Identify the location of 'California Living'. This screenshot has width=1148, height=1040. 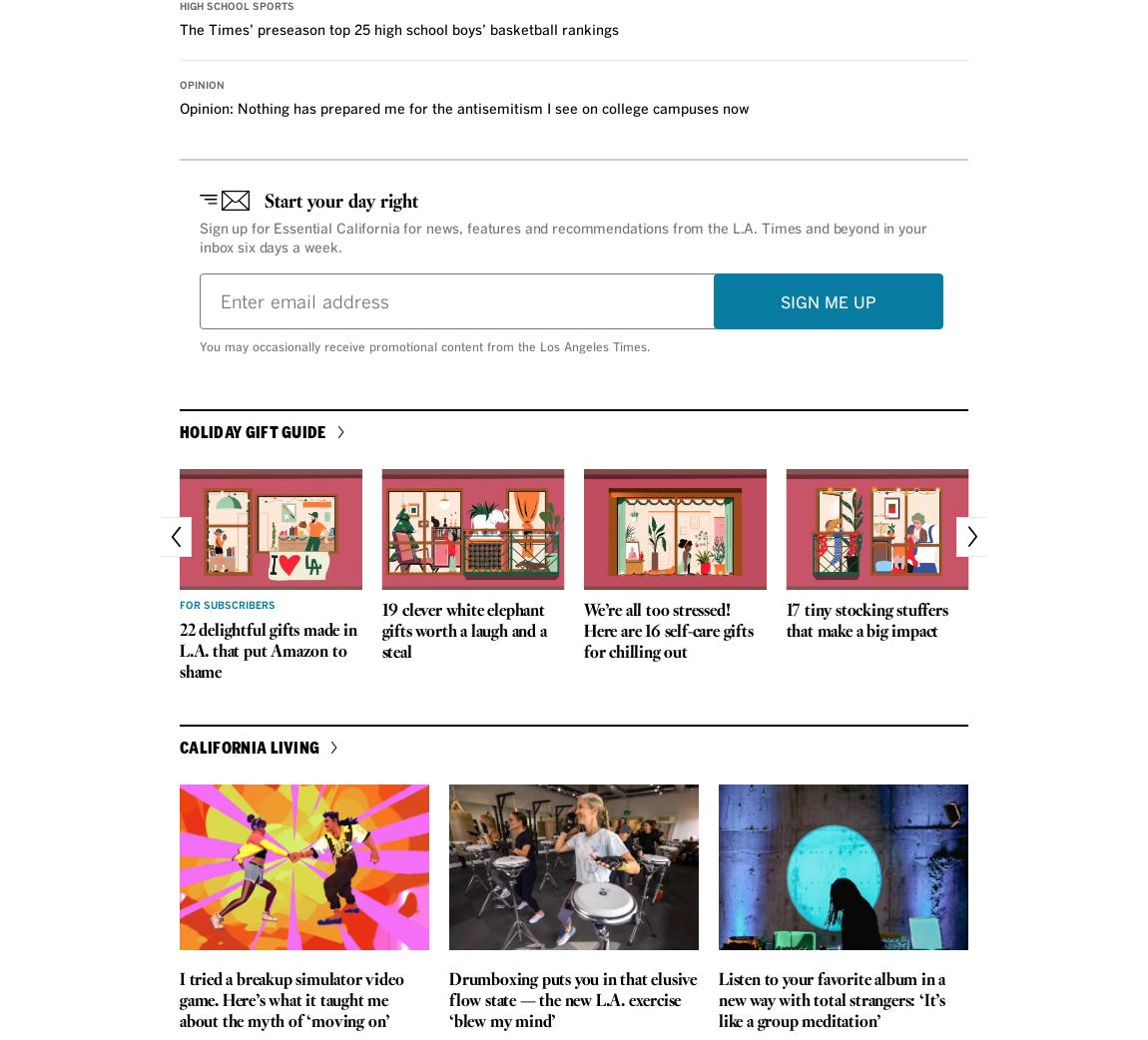
(249, 745).